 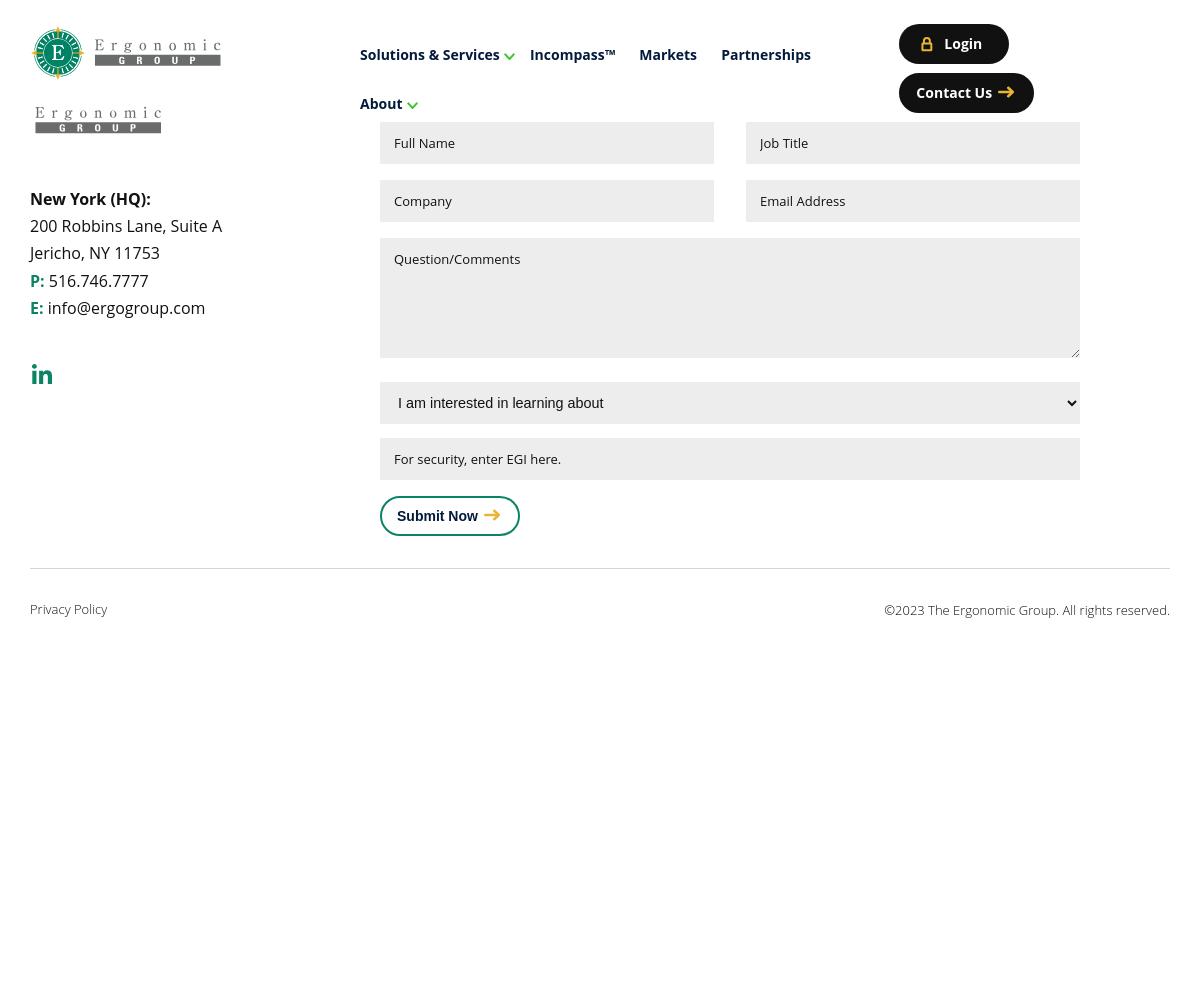 What do you see at coordinates (440, 151) in the screenshot?
I see `'Managed Services'` at bounding box center [440, 151].